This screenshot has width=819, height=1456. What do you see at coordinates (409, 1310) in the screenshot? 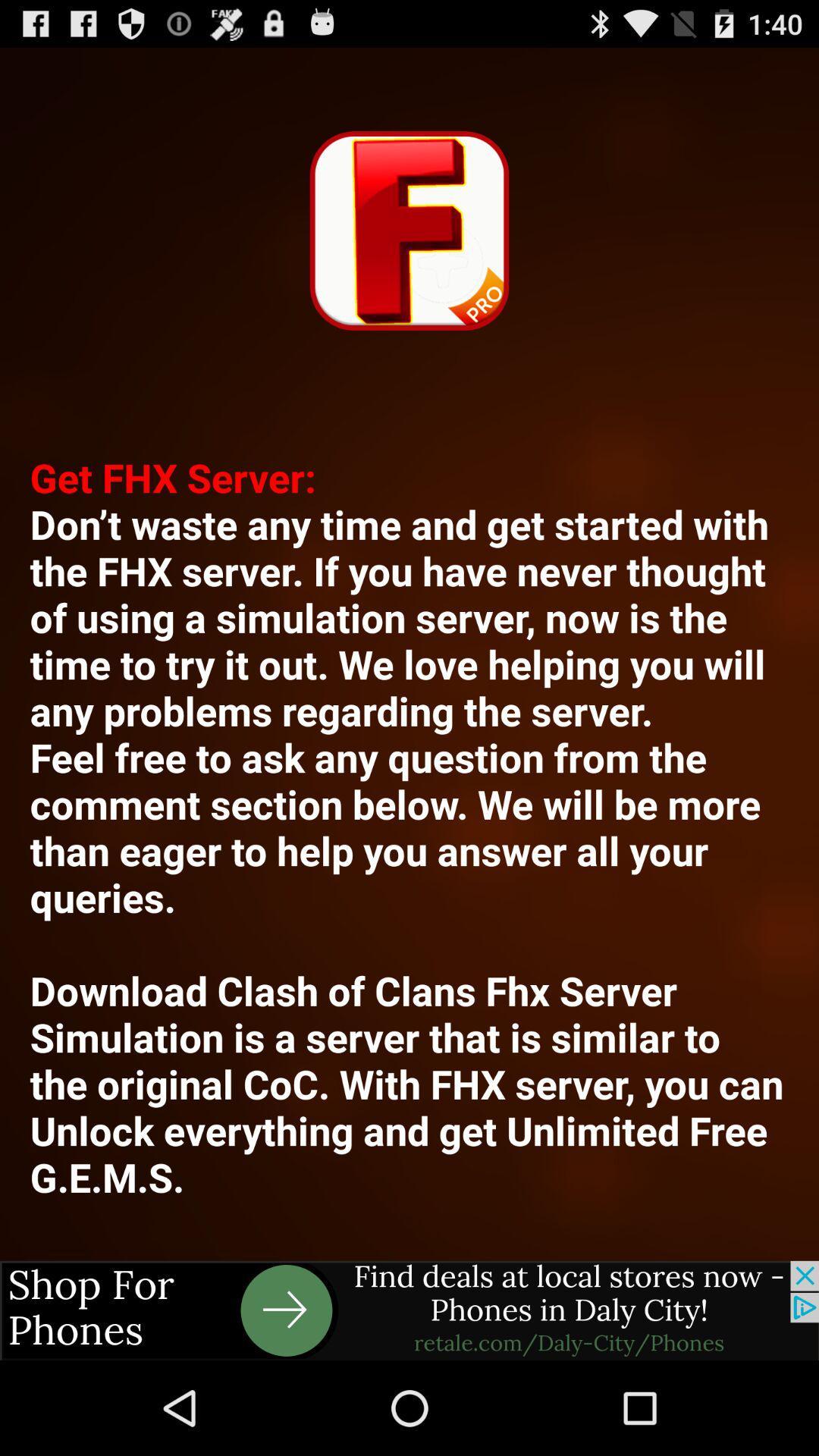
I see `visit sponsor advertisement` at bounding box center [409, 1310].